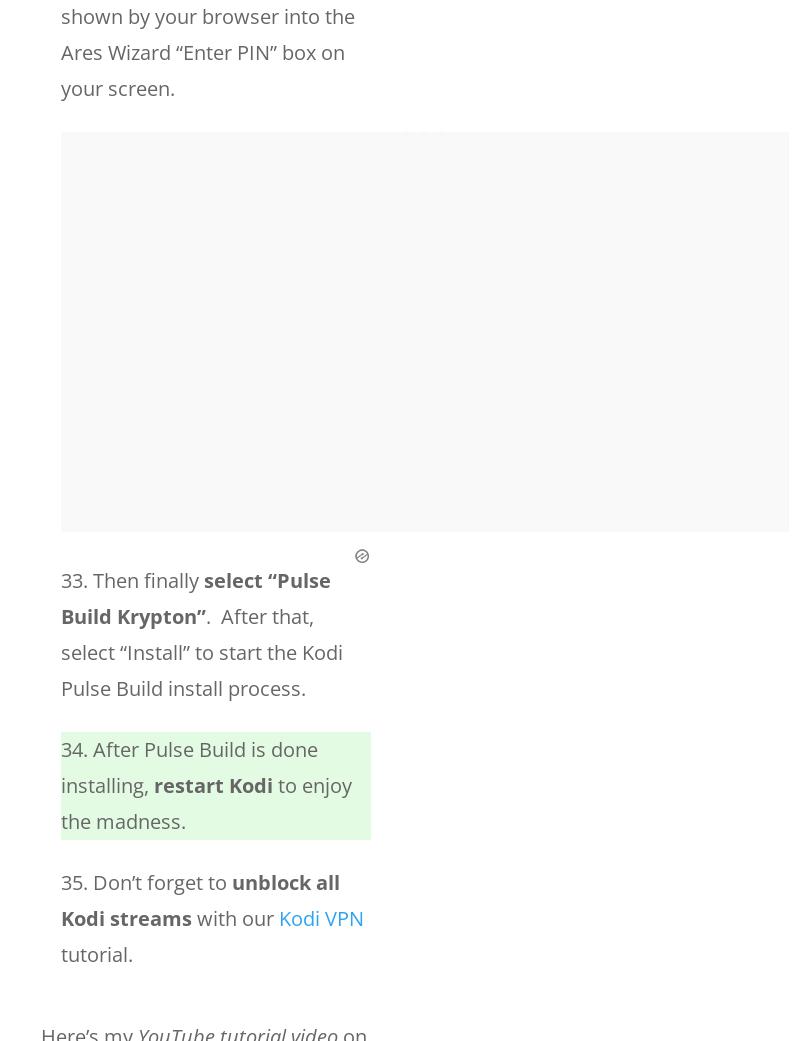 This screenshot has width=809, height=1041. Describe the element at coordinates (321, 917) in the screenshot. I see `'Kodi VPN'` at that location.